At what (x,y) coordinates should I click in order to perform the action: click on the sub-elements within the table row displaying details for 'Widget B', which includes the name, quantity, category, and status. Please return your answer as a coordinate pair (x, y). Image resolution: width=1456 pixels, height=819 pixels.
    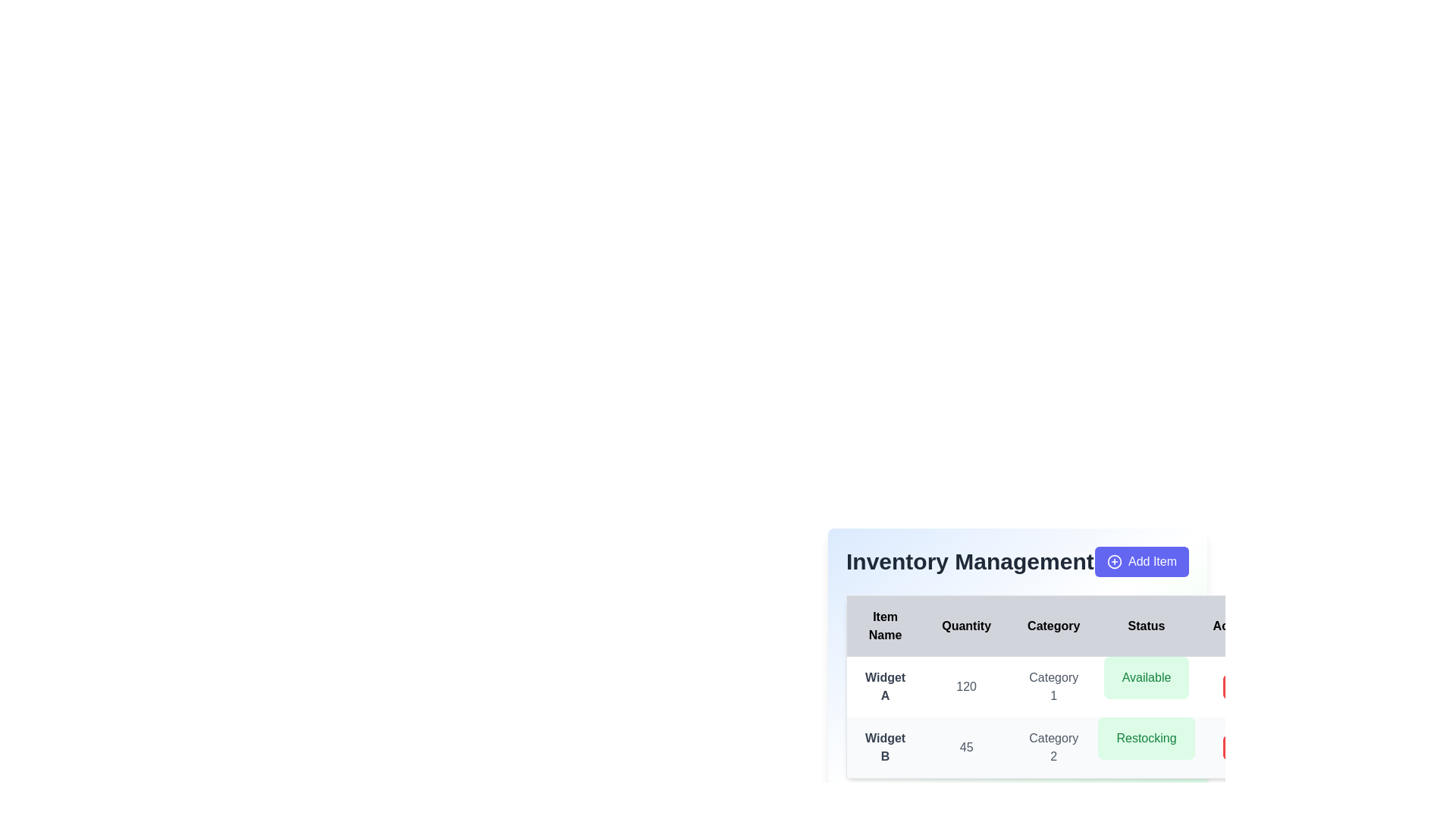
    Looking at the image, I should click on (1060, 717).